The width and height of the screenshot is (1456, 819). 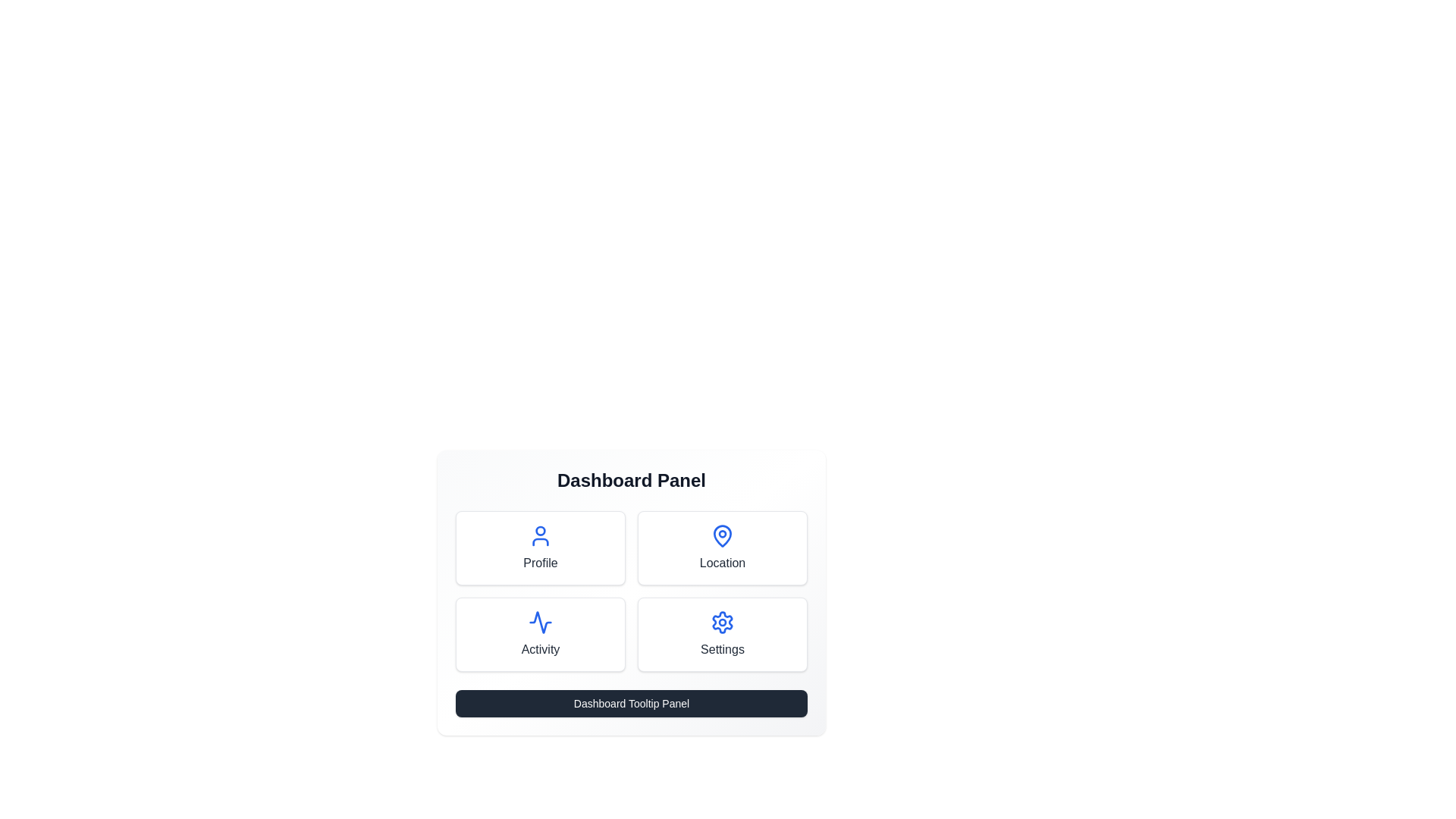 I want to click on the white square card with rounded corners that contains a blue gear icon and the word 'Settings' in black text, so click(x=722, y=635).